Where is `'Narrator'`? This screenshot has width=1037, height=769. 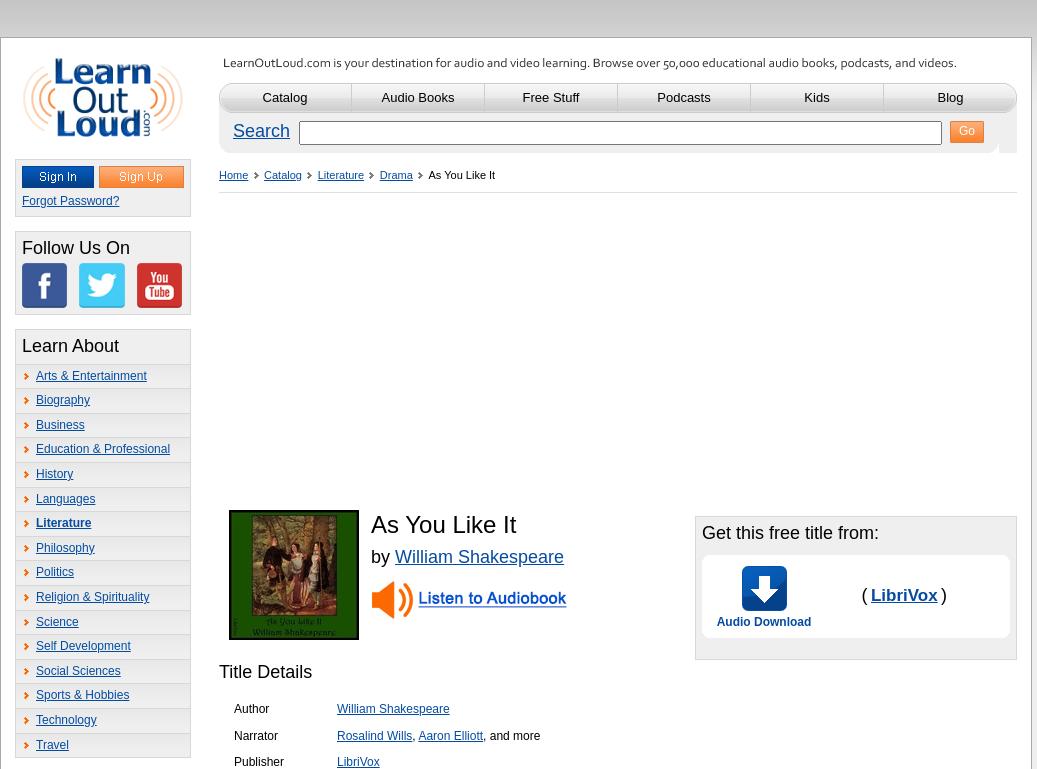
'Narrator' is located at coordinates (233, 734).